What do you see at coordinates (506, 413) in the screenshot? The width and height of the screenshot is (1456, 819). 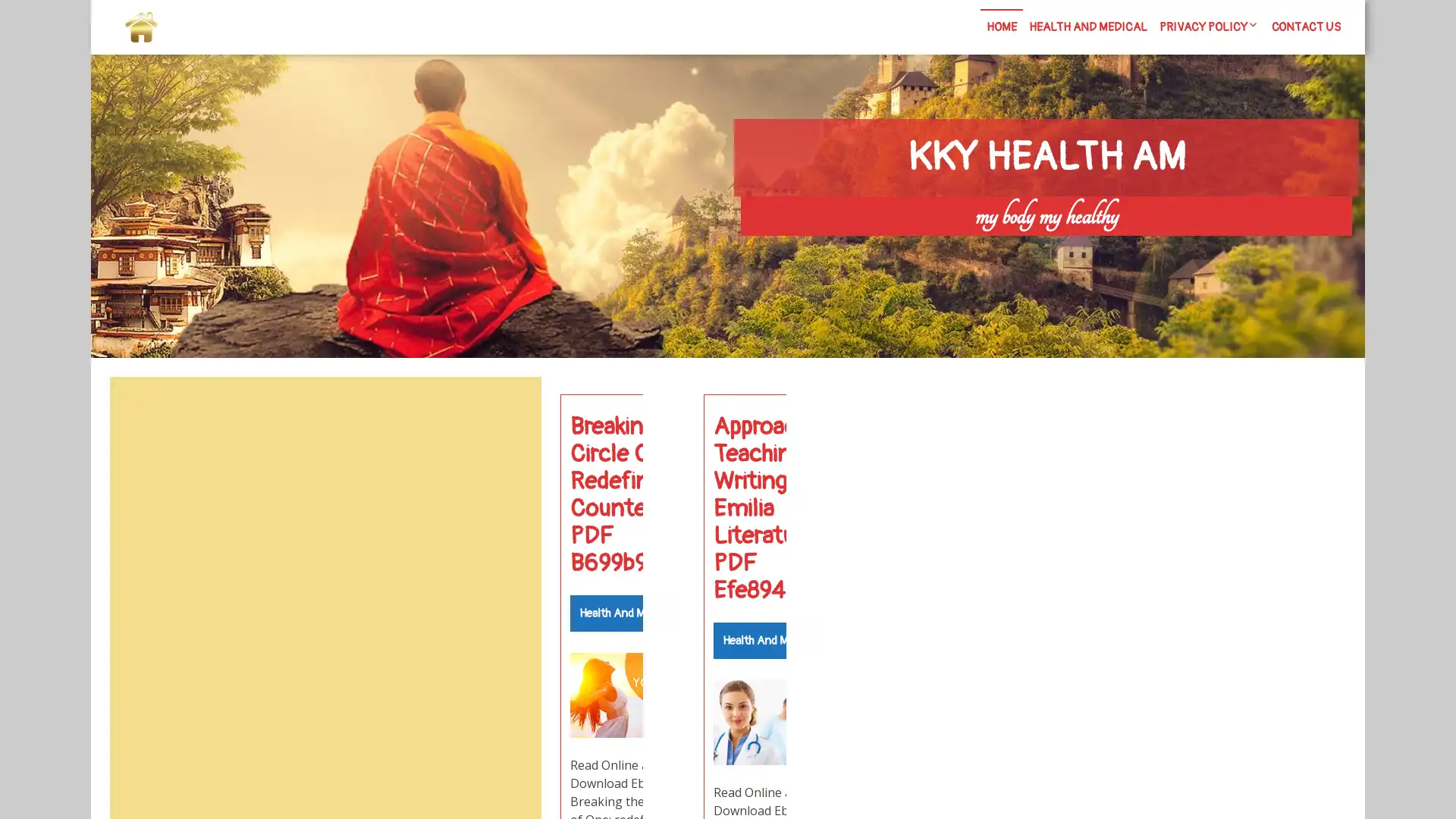 I see `Search` at bounding box center [506, 413].